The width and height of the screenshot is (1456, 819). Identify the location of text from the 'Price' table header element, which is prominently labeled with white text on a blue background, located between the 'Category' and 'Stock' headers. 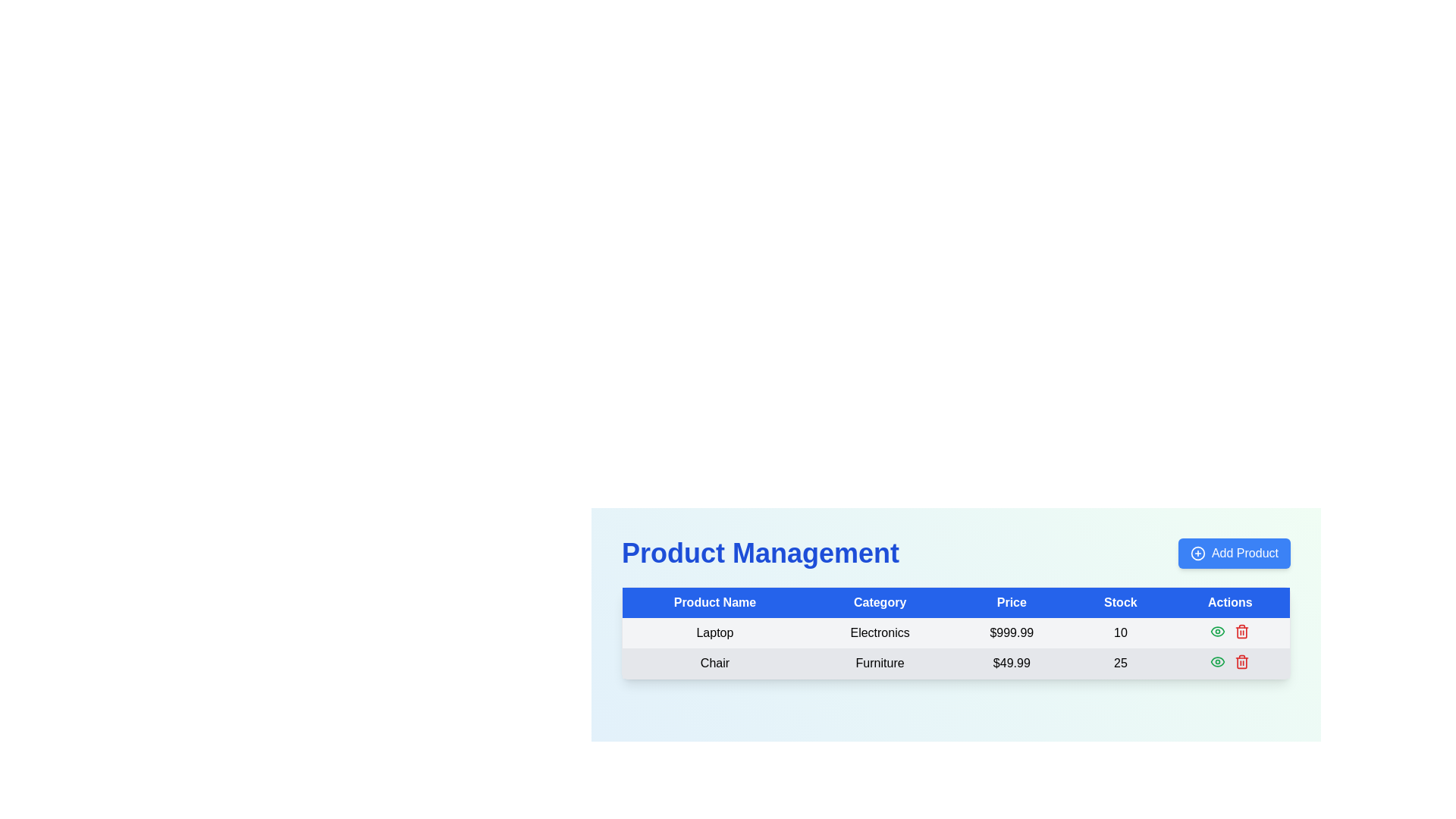
(1012, 601).